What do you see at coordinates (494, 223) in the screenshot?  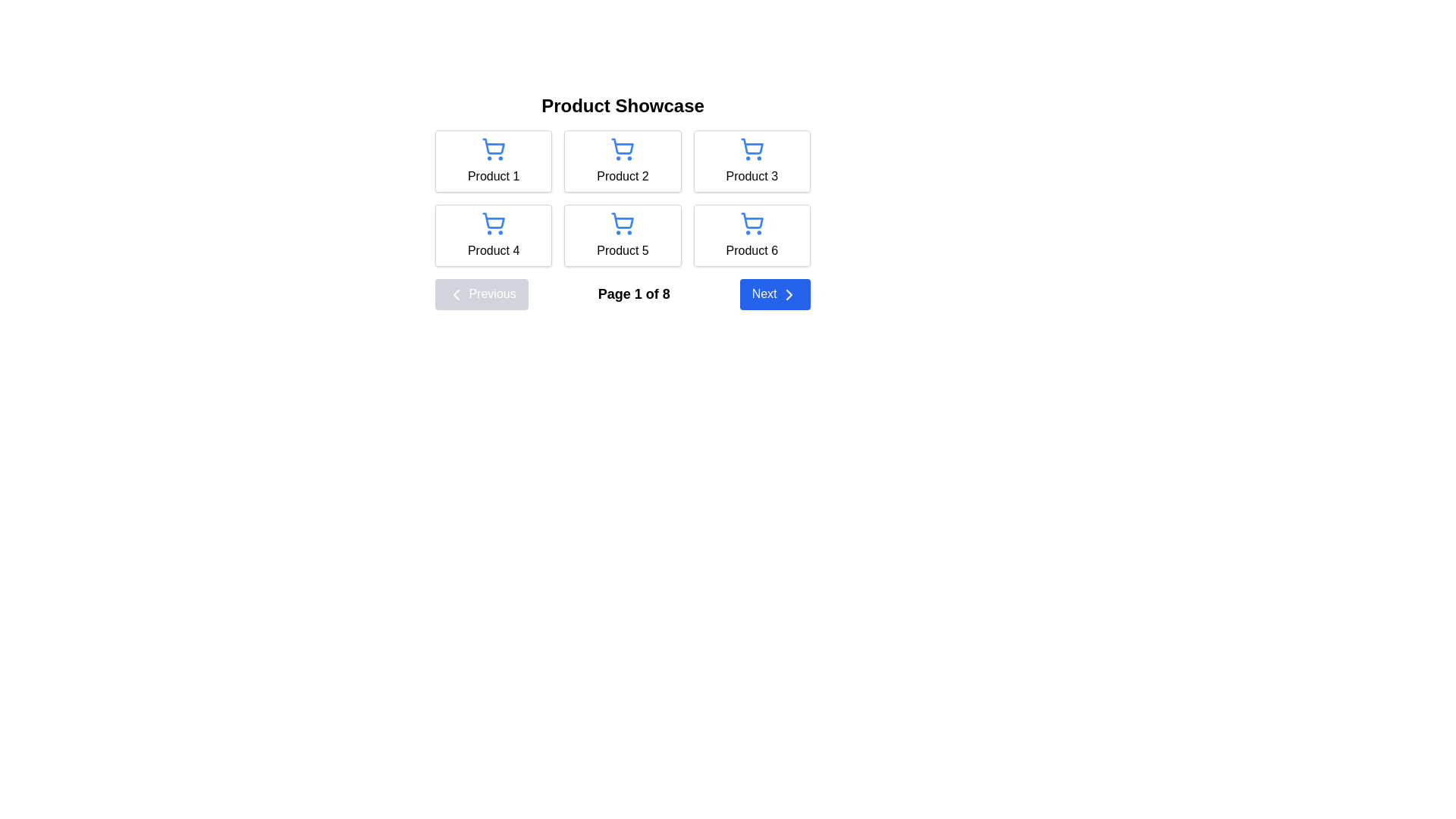 I see `the blue shopping cart icon located at the top center of the 'Product 4' panel` at bounding box center [494, 223].